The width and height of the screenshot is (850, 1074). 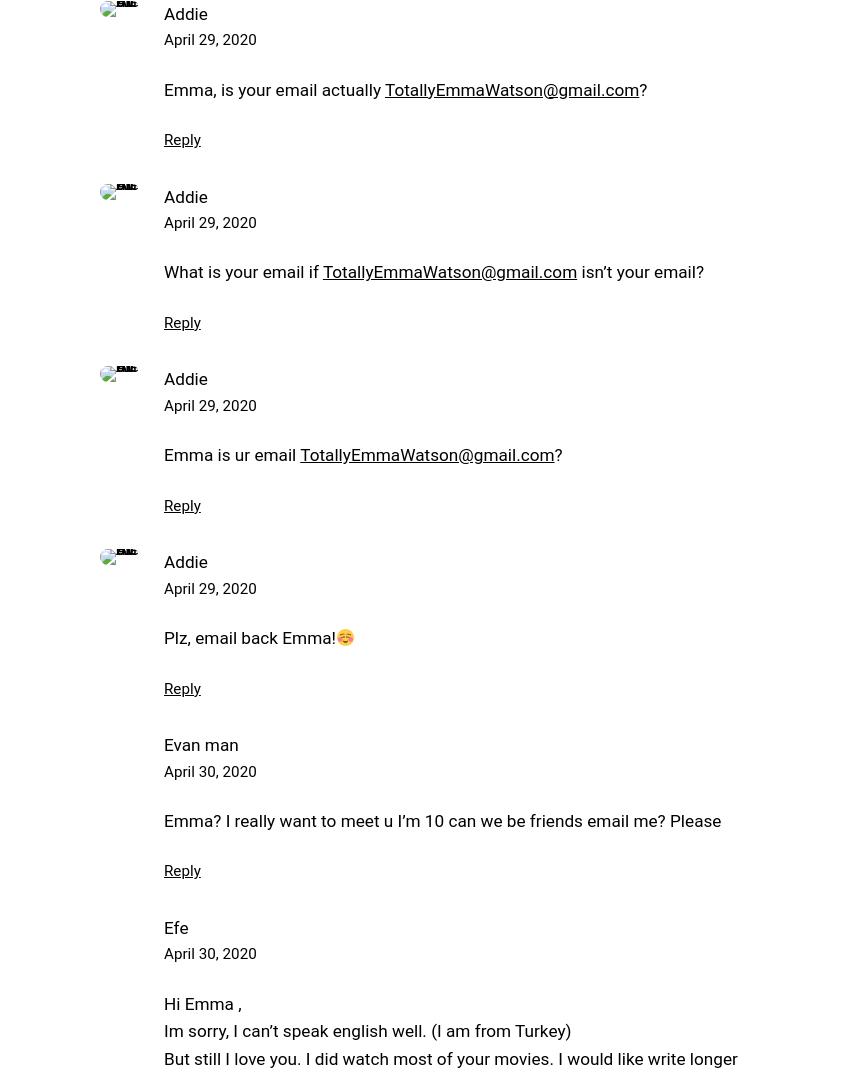 I want to click on 'isn’t your email?', so click(x=640, y=272).